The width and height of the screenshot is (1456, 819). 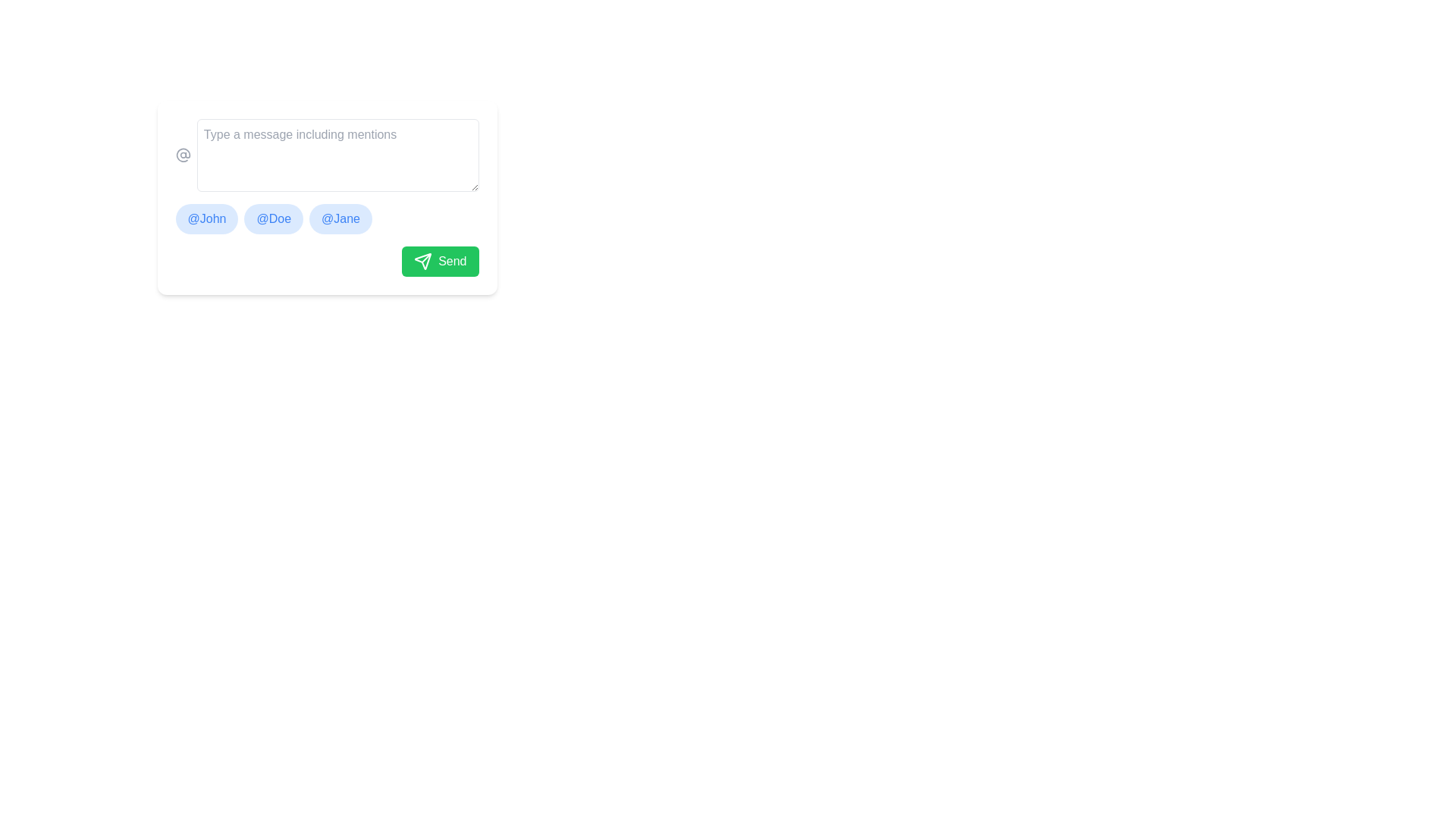 I want to click on the pill-shaped button with a light blue background and blue text displaying '@Jane' to interact with it, so click(x=340, y=219).